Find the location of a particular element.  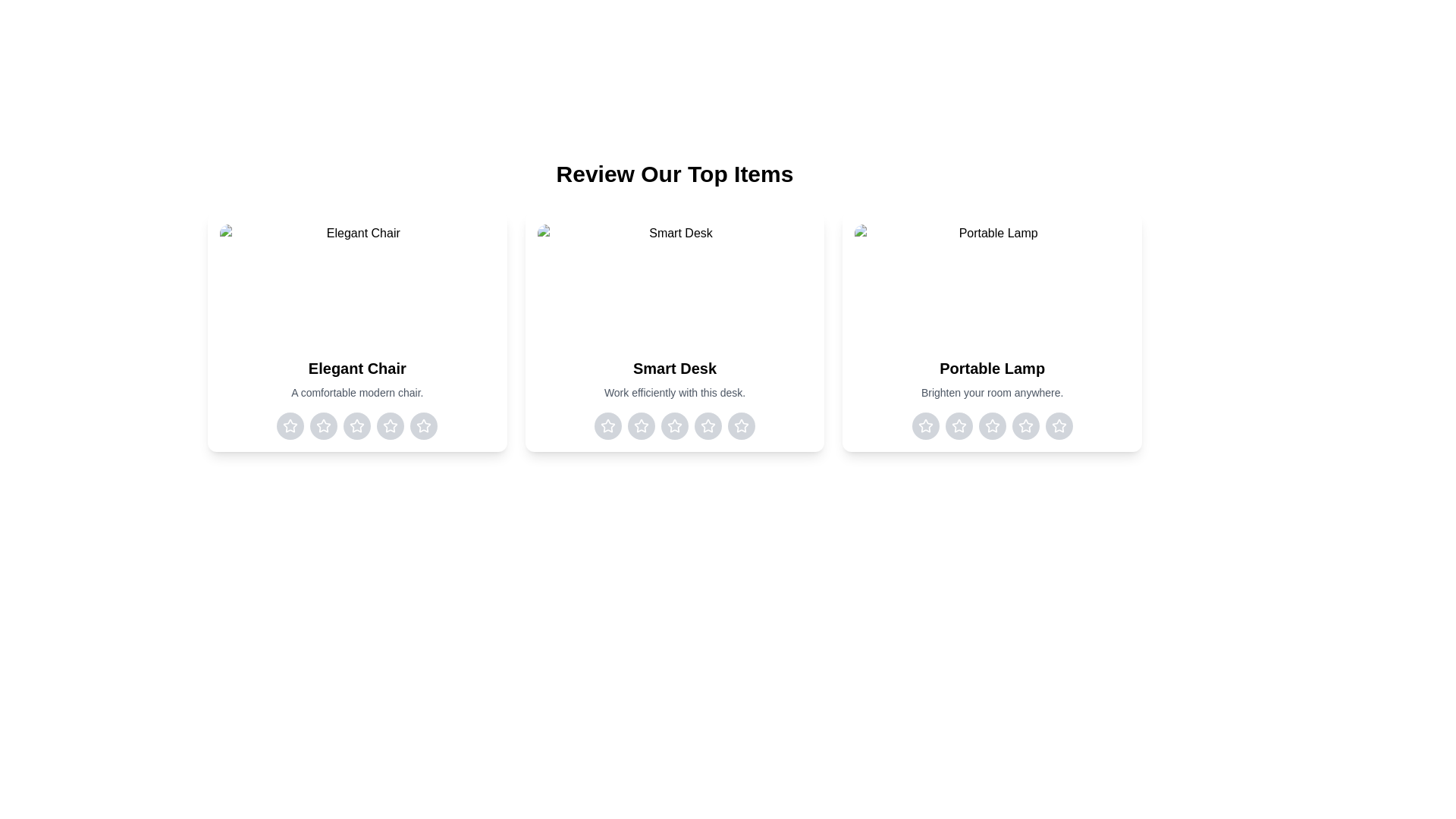

the rating for the item 'Portable Lamp' to 3 stars is located at coordinates (992, 426).